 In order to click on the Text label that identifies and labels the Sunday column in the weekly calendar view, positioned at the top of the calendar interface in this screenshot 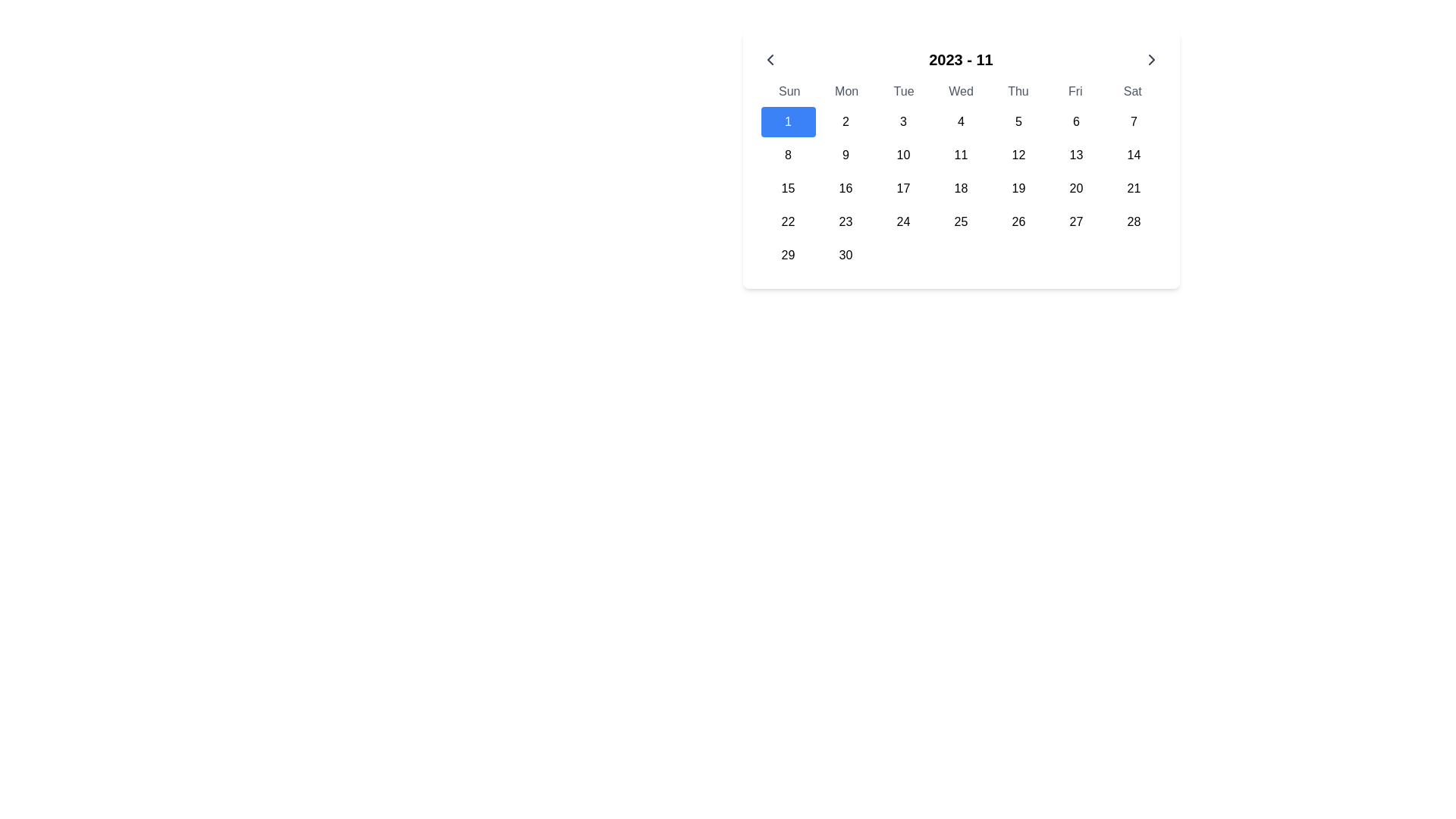, I will do `click(789, 91)`.